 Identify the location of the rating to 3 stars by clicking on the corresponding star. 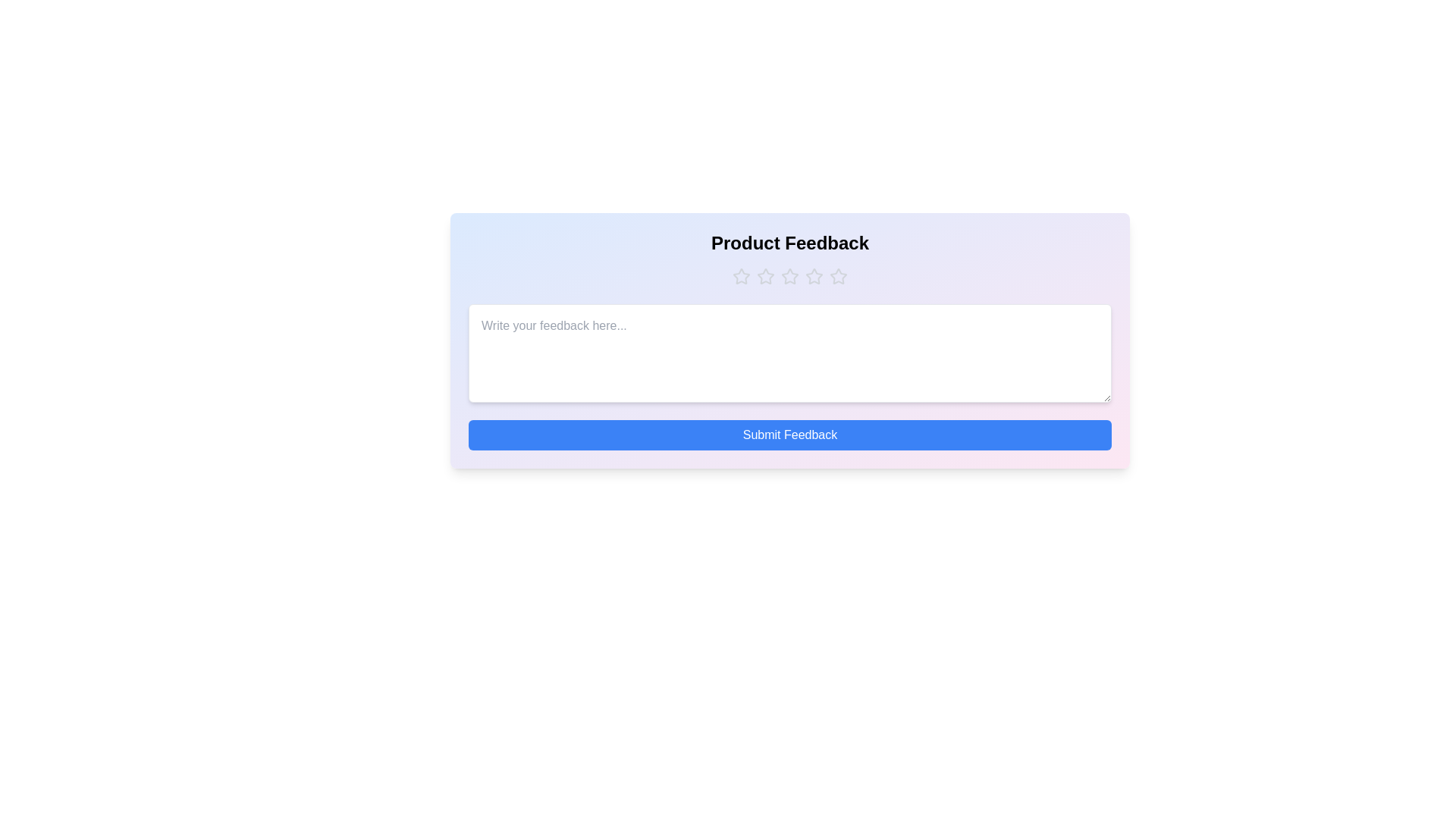
(789, 277).